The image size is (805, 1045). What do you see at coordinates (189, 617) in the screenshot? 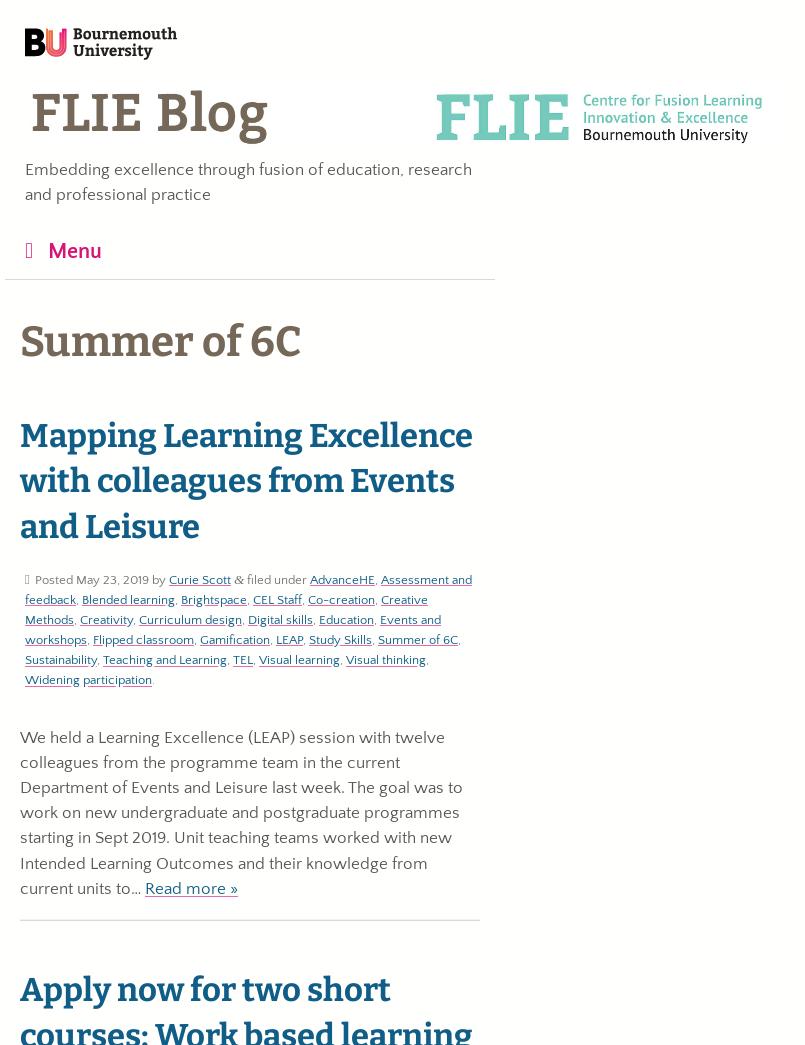
I see `'Curriculum design'` at bounding box center [189, 617].